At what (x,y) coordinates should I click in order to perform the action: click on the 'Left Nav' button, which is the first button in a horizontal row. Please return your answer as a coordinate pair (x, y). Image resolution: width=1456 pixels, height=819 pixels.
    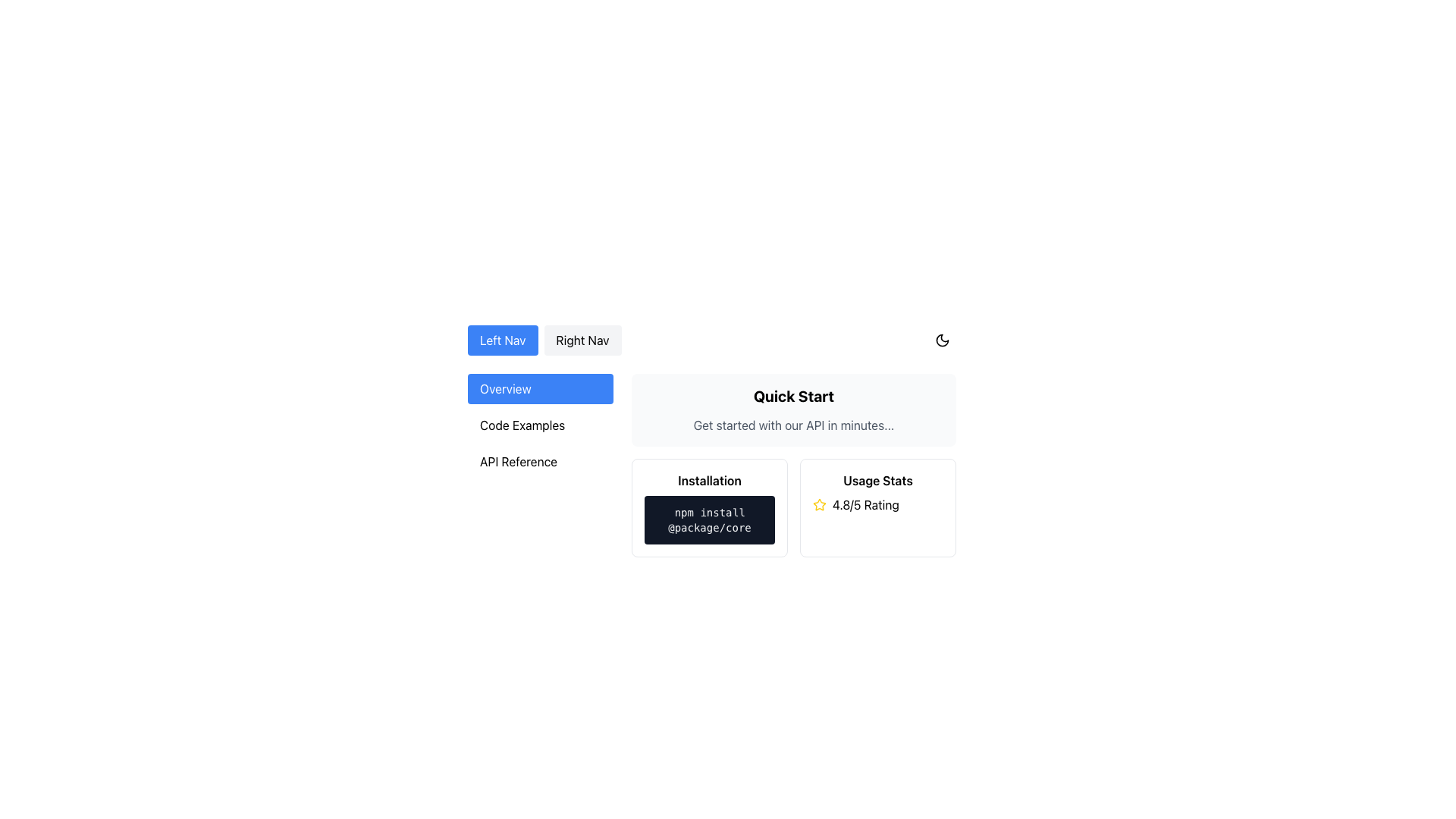
    Looking at the image, I should click on (503, 339).